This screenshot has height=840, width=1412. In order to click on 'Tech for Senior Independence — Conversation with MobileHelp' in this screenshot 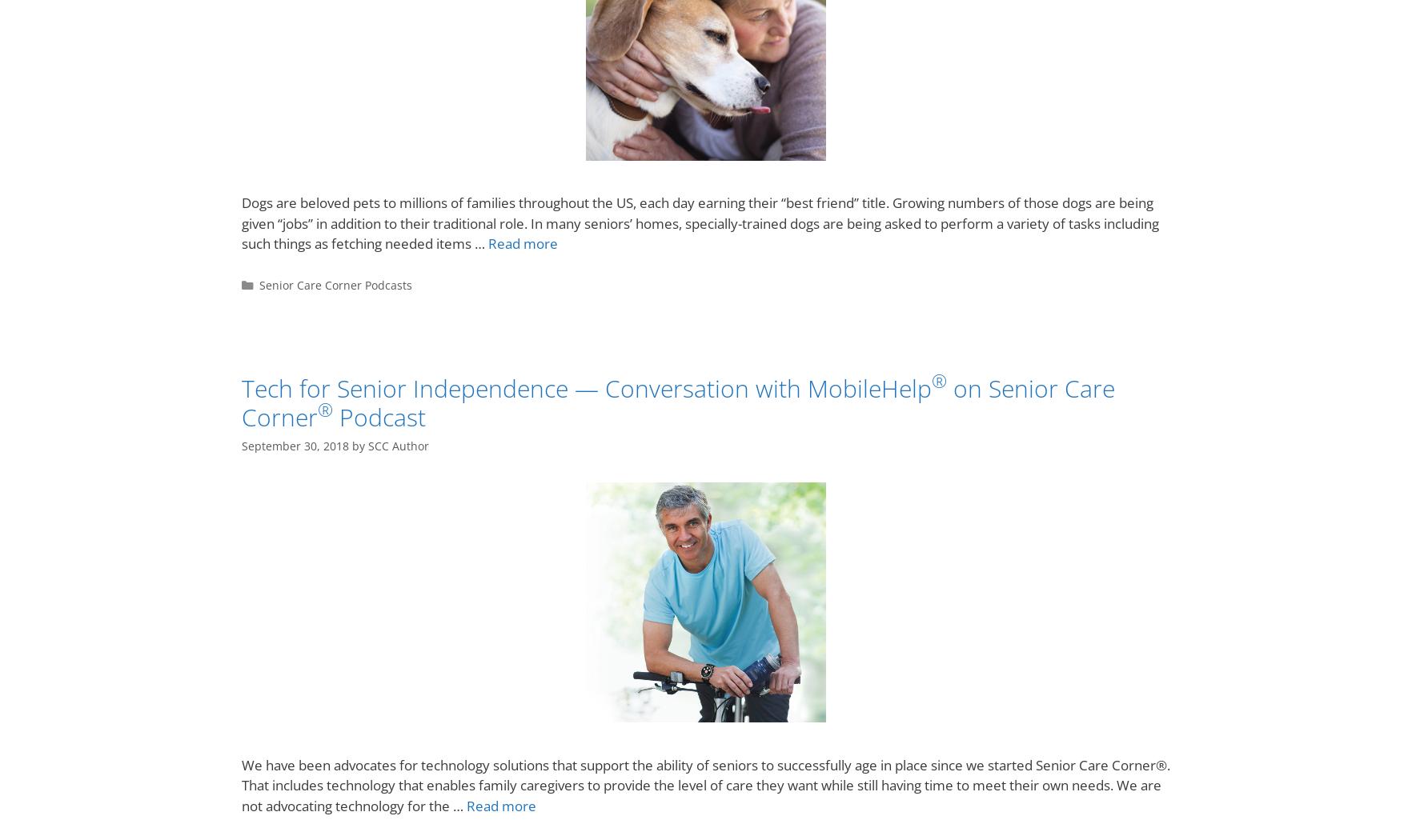, I will do `click(586, 388)`.